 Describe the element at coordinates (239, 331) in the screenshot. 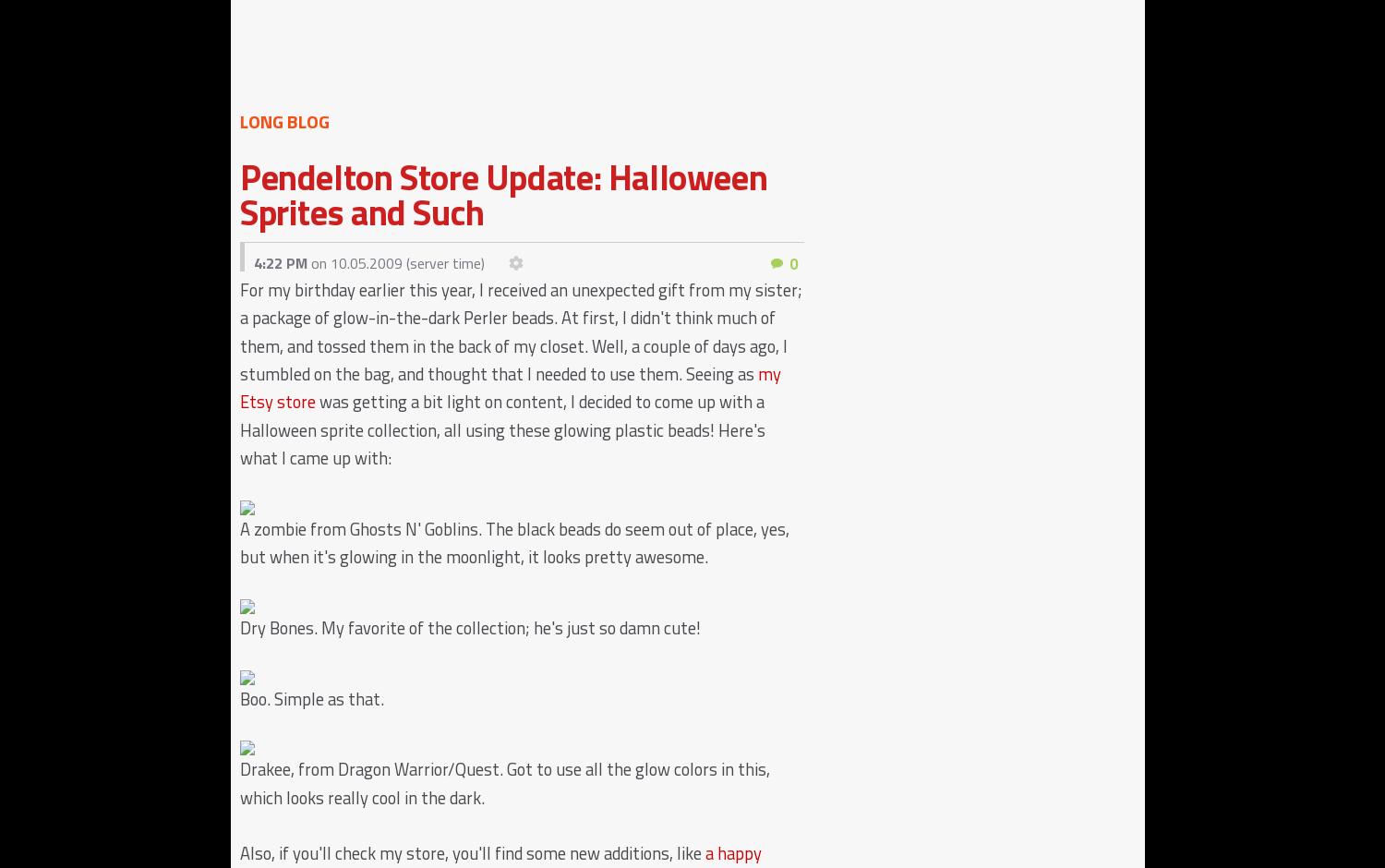

I see `'For my birthday earlier this year, I received an unexpected gift from my sister; a package of glow-in-the-dark Perler beads. At first, I didn't think much of them, and tossed them in the back of my closet. Well, a couple of days ago, I stumbled on the bag, and thought that I needed to use them. Seeing as'` at that location.